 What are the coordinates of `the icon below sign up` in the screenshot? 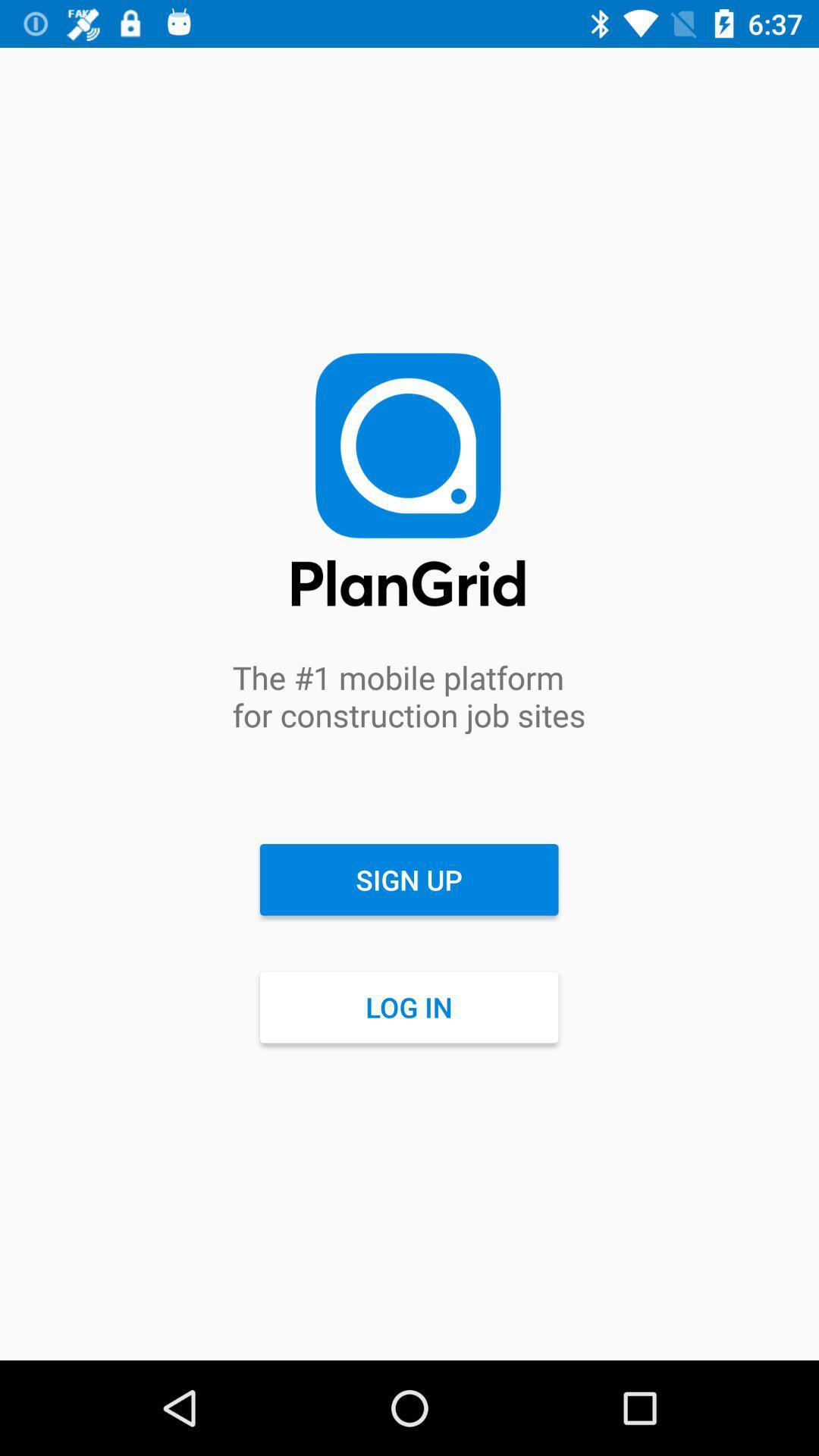 It's located at (408, 1007).